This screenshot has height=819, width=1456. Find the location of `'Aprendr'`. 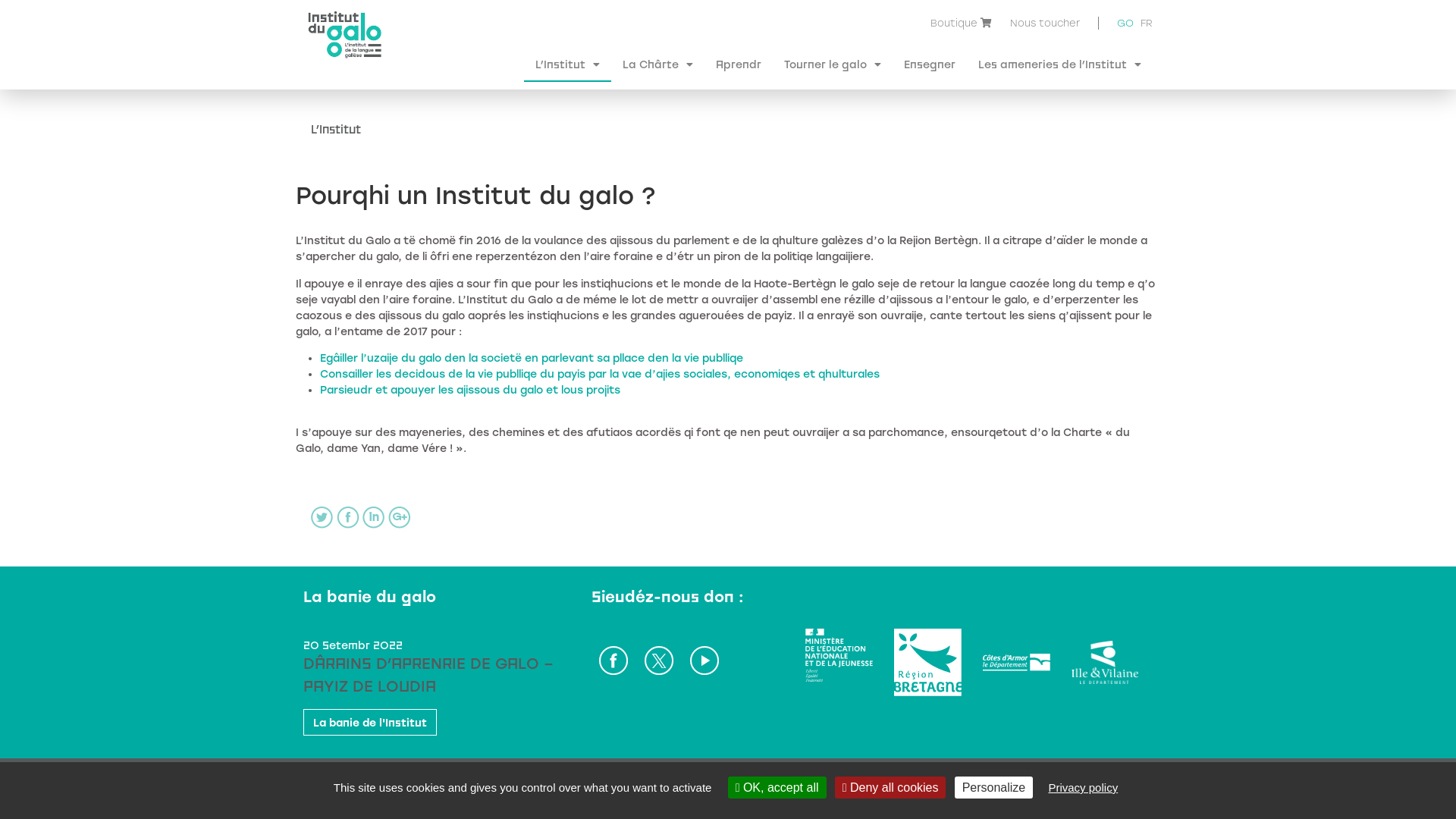

'Aprendr' is located at coordinates (739, 63).